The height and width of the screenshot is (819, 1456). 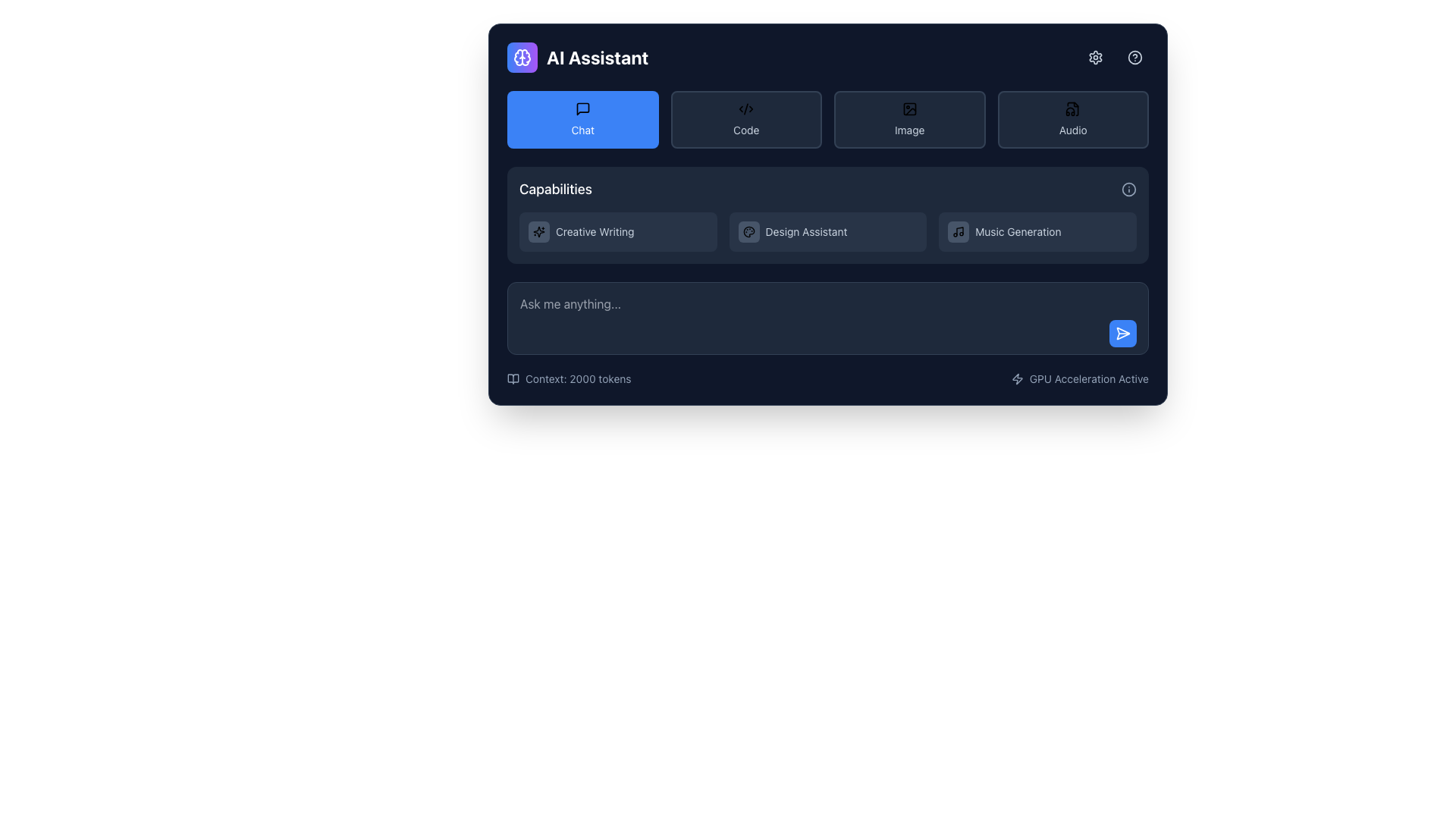 What do you see at coordinates (746, 130) in the screenshot?
I see `descriptive text label that provides context about the coding functionality represented by the button located at the top-center of the interface, specifically the text 'Code'` at bounding box center [746, 130].